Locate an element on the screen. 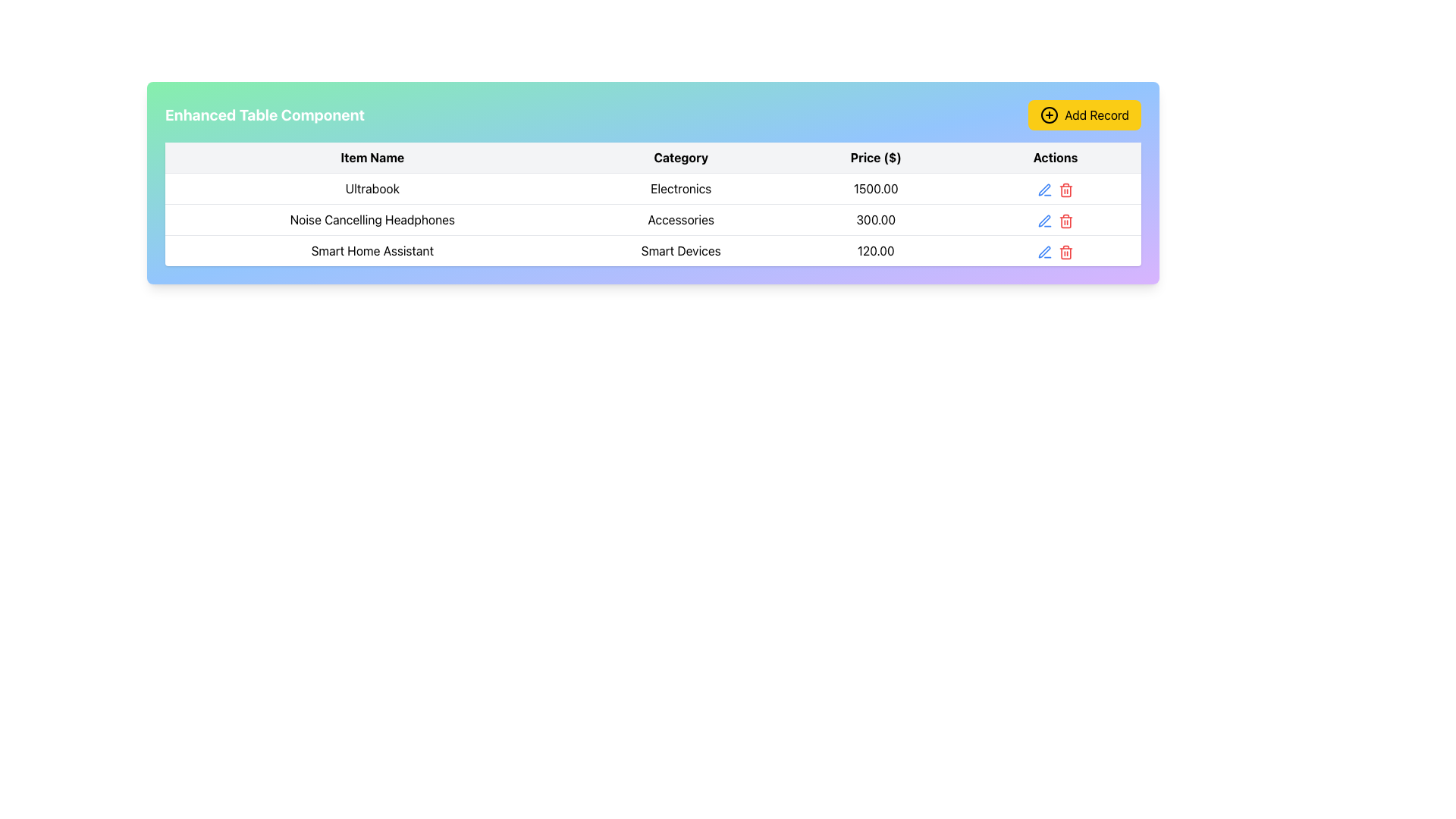 The width and height of the screenshot is (1456, 819). the red trash bin icon button in the 'Actions' column to initiate deletion for the 'Smart Home Assistant' item is located at coordinates (1065, 250).